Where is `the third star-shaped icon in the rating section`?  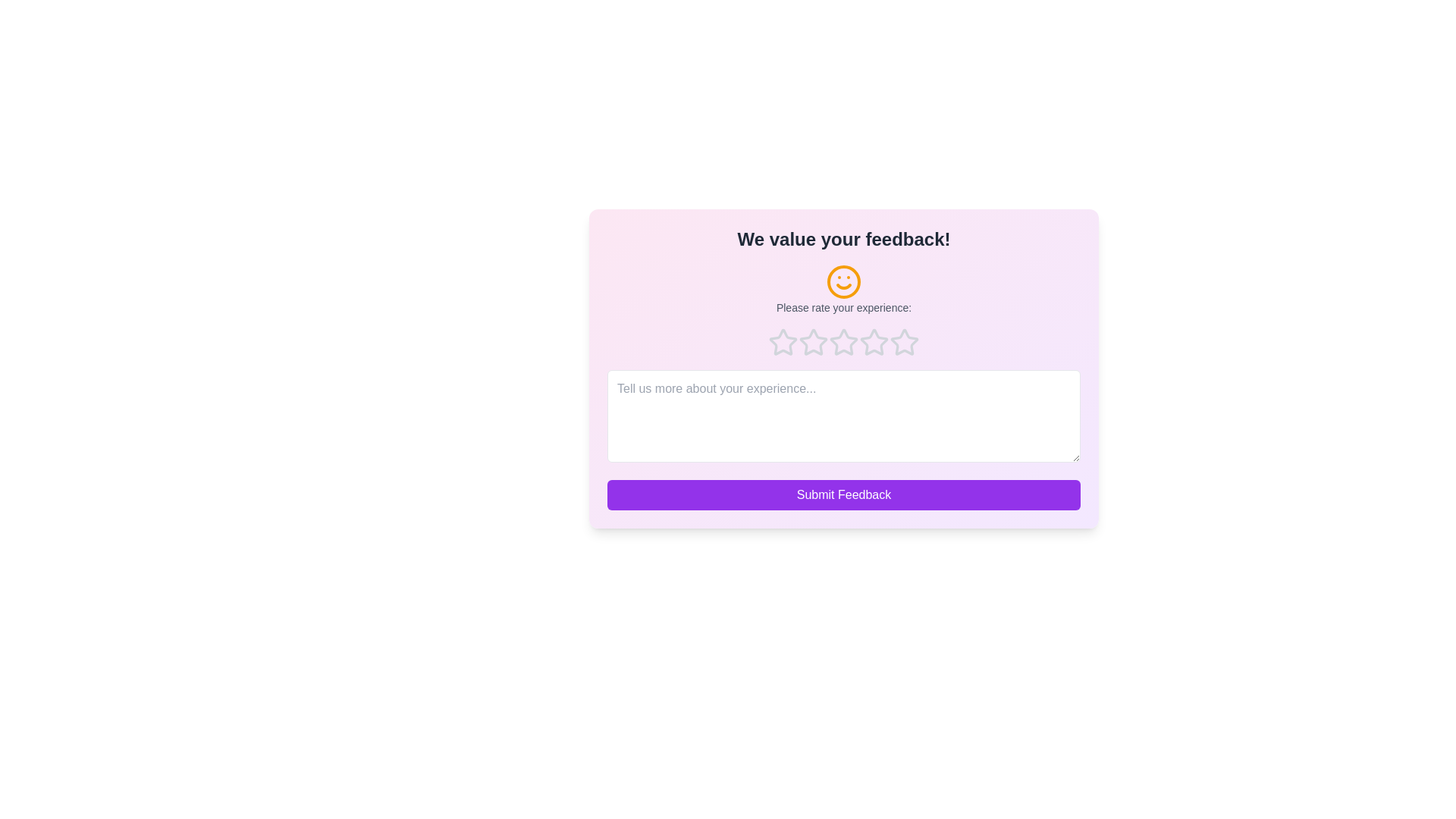 the third star-shaped icon in the rating section is located at coordinates (813, 342).